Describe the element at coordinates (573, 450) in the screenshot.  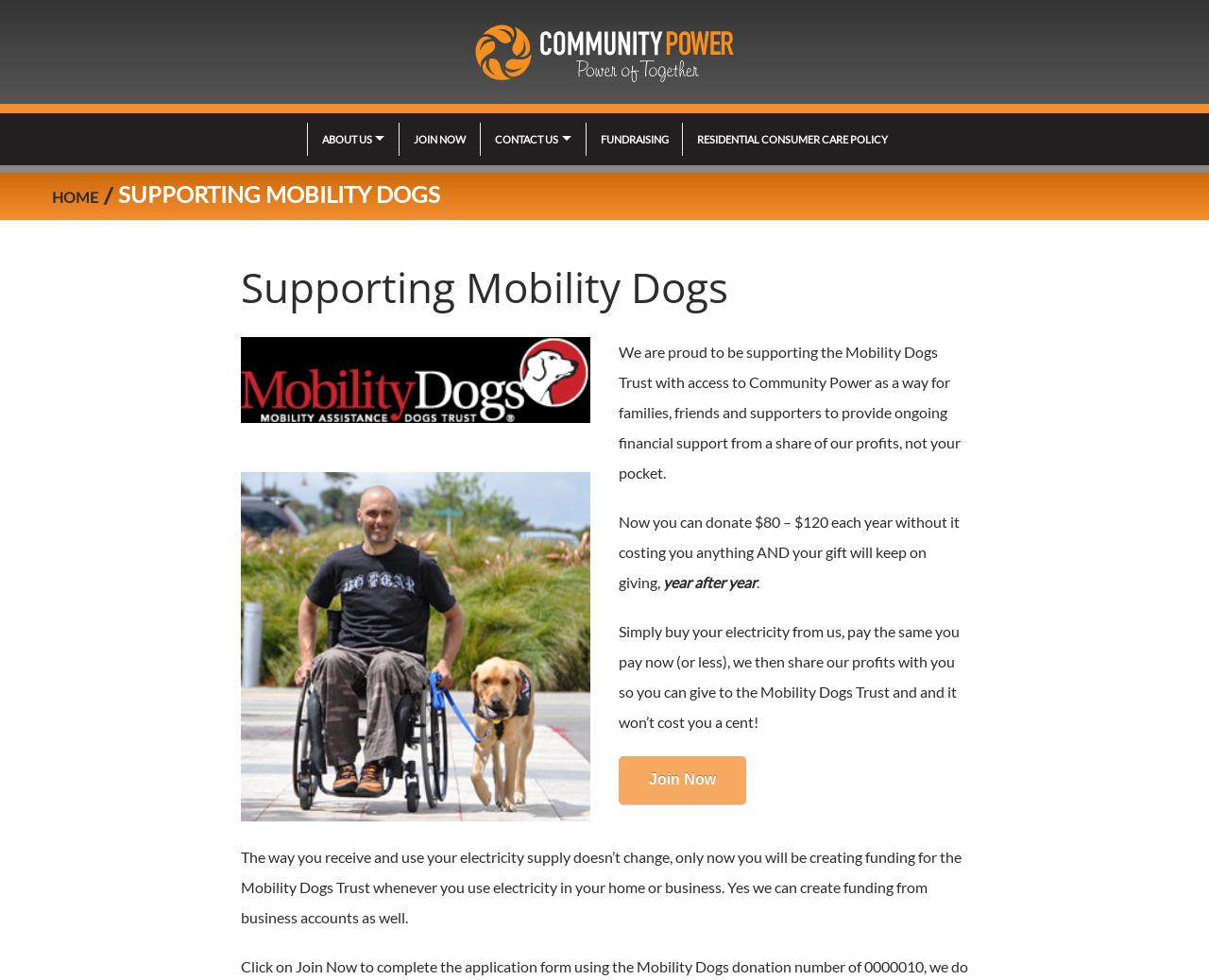
I see `'Additional Fees and Charges'` at that location.